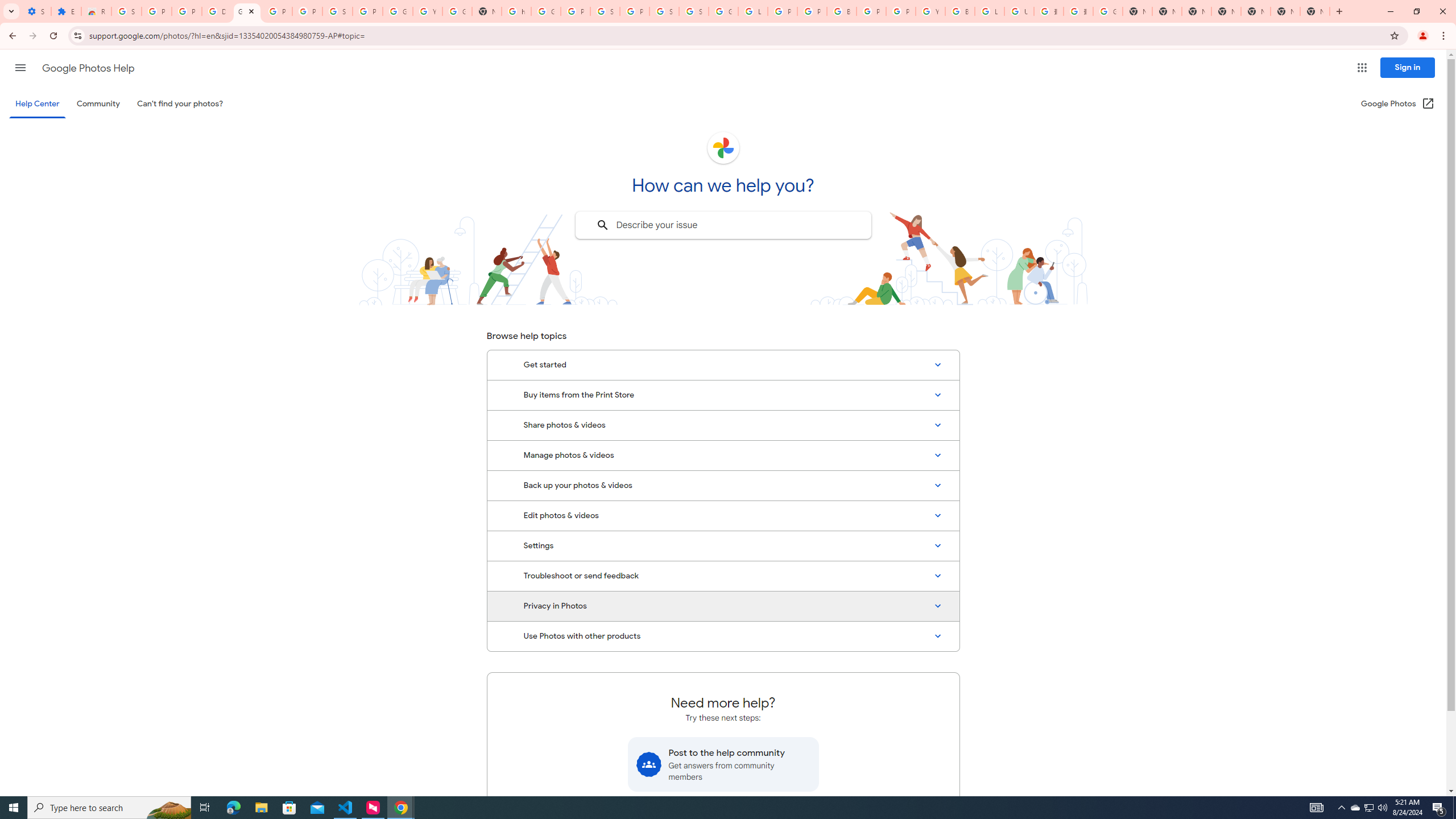 This screenshot has height=819, width=1456. I want to click on 'Privacy in Photos', so click(723, 605).